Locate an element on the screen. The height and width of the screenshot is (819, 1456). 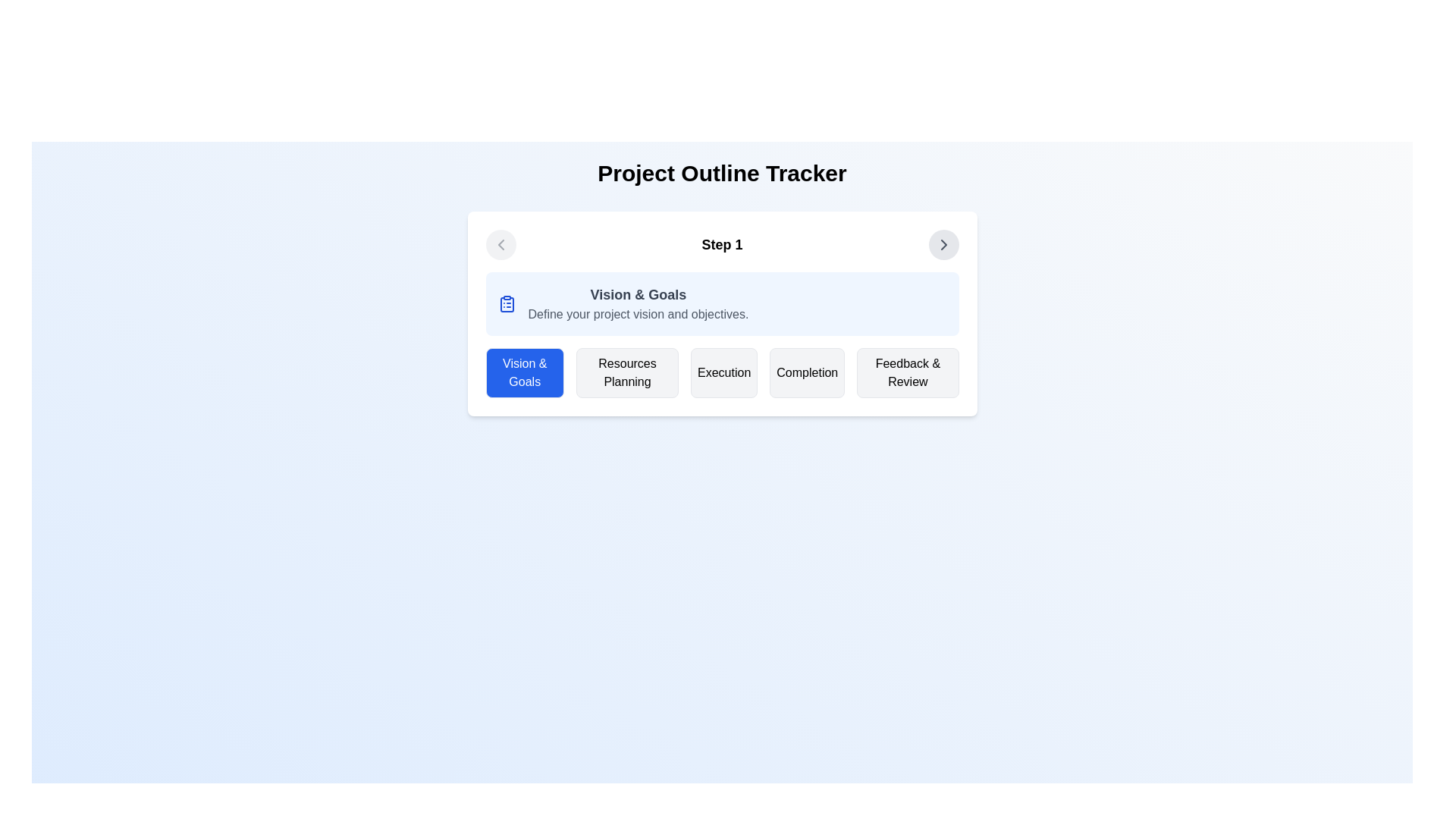
the 'Vision & Goals' button, which is a blue rectangular button with rounded corners and white text, located in the center part of the interface under the section 'Step 1' is located at coordinates (524, 373).